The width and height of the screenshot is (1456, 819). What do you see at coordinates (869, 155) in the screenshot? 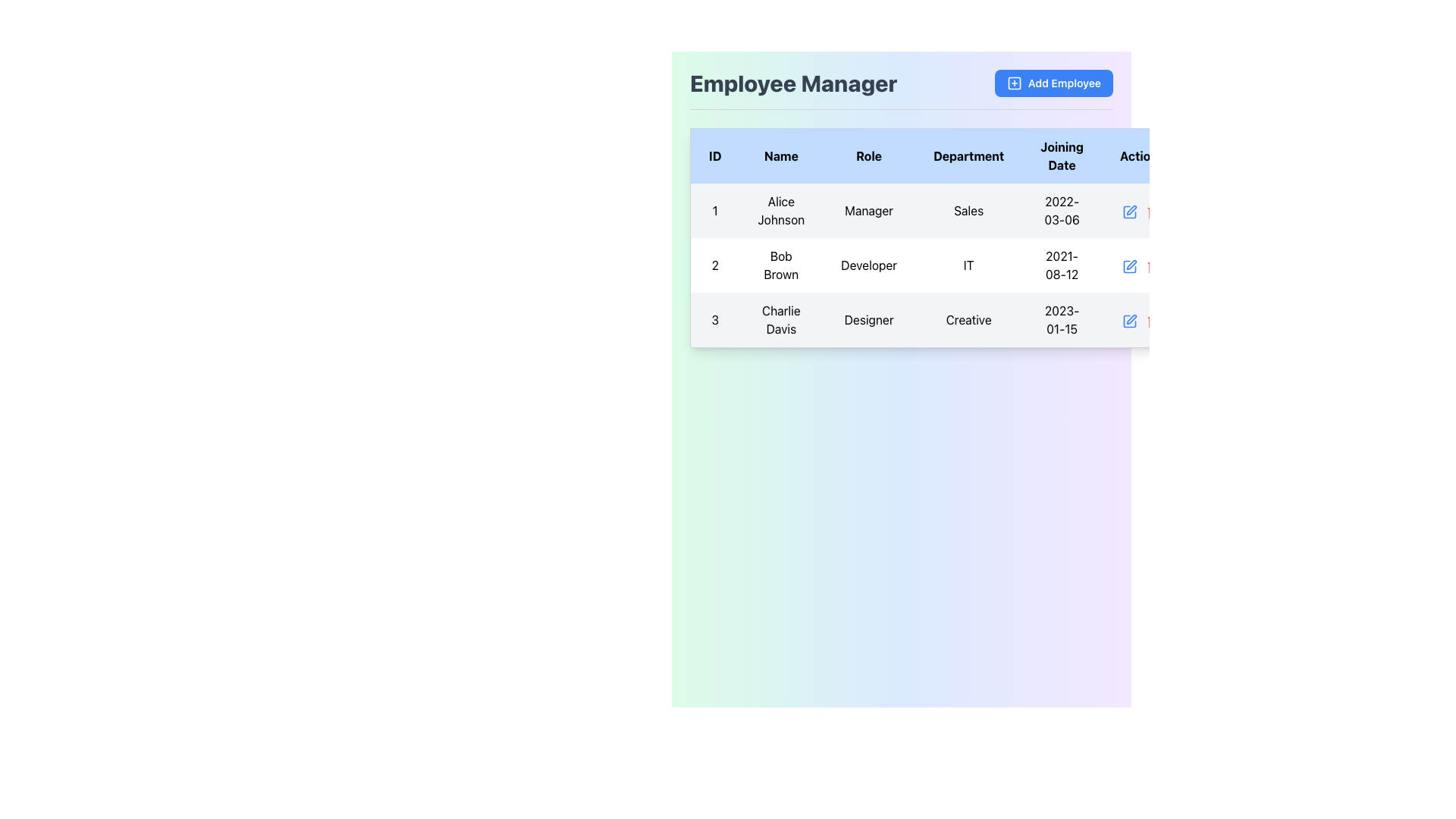
I see `text from the 'Role' column header in the table, which is the third header labeled with bold black text on a light blue background` at bounding box center [869, 155].